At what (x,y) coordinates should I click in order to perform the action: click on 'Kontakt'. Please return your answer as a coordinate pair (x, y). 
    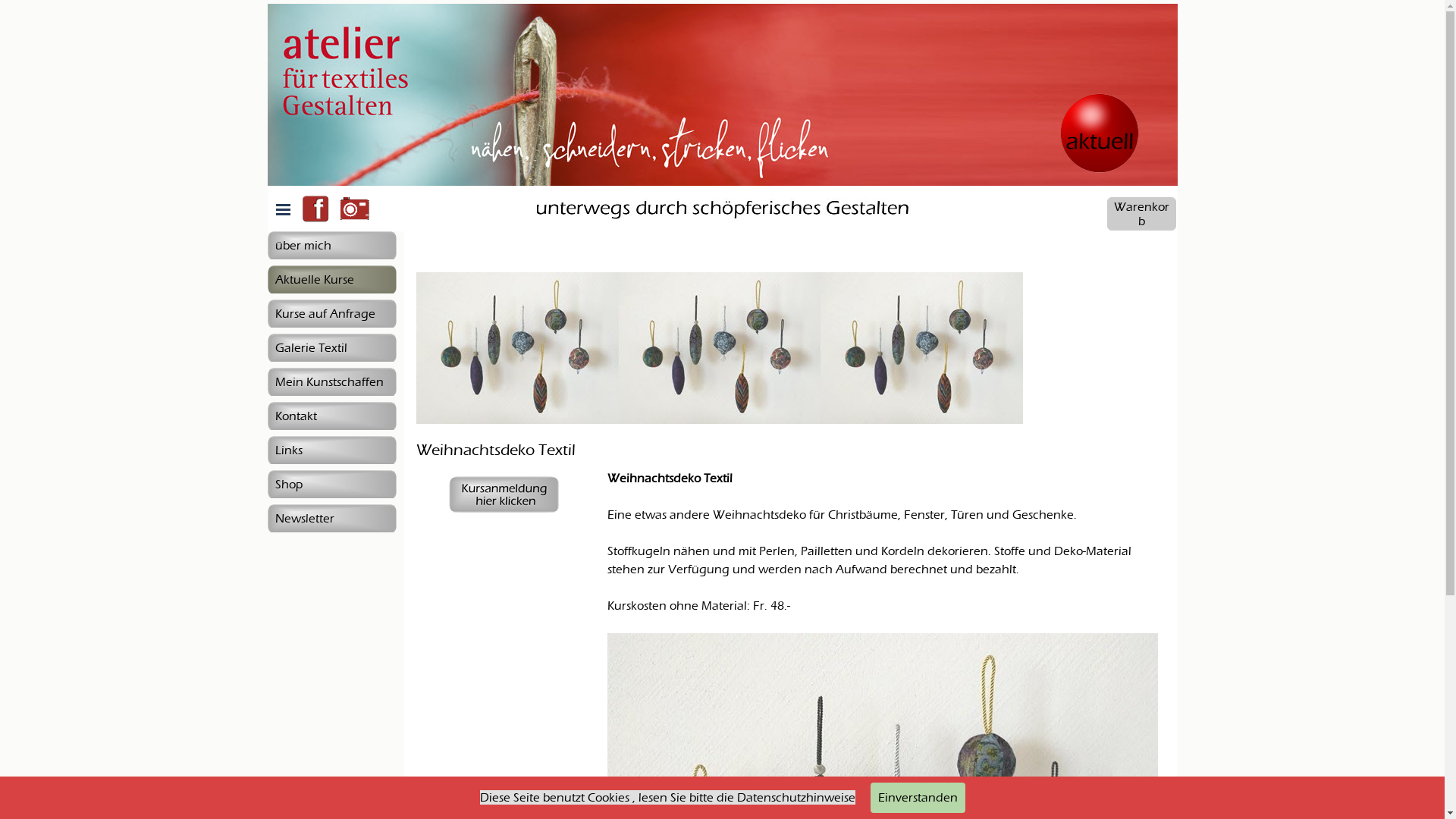
    Looking at the image, I should click on (330, 416).